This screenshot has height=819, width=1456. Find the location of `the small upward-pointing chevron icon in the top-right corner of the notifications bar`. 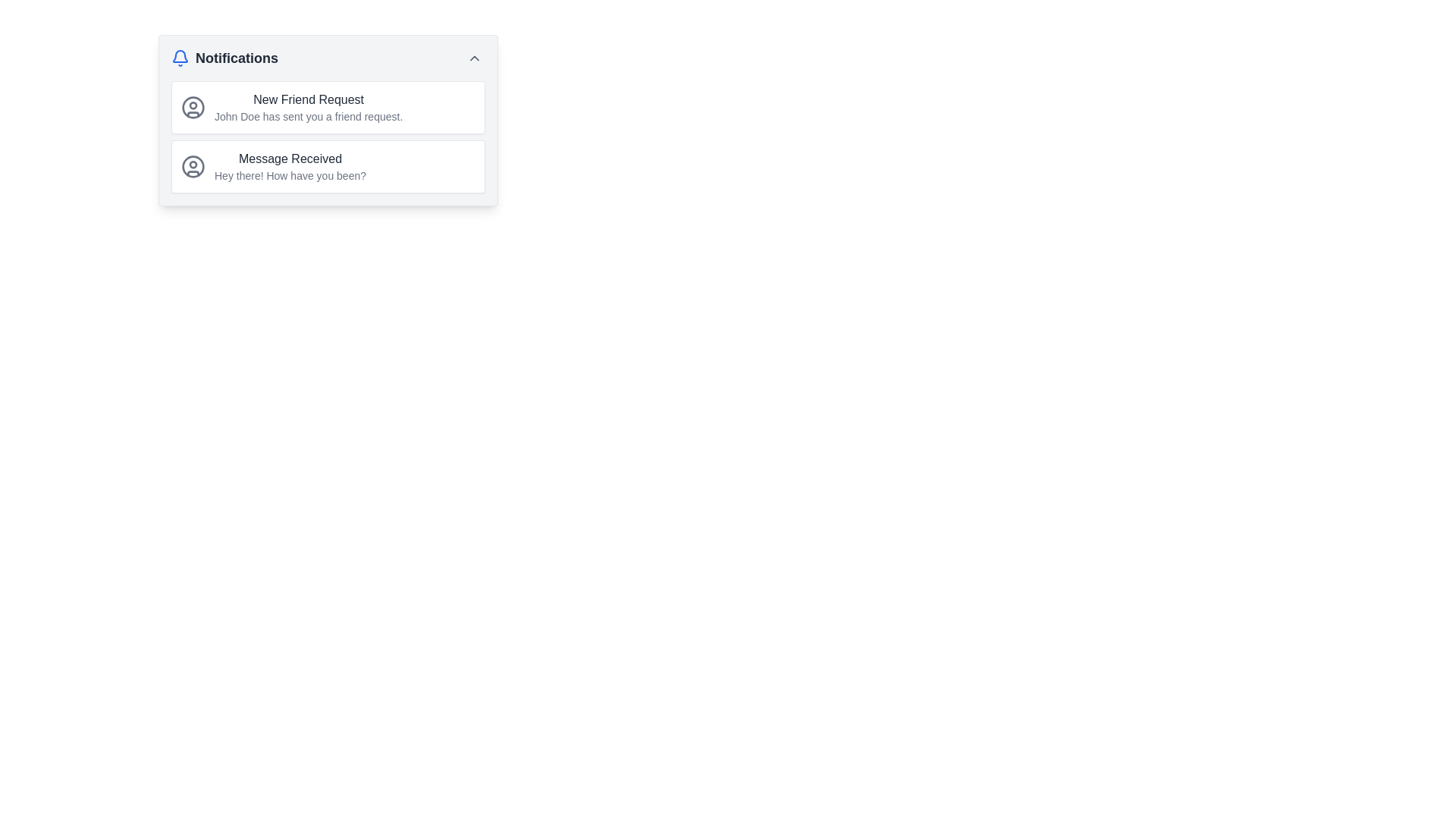

the small upward-pointing chevron icon in the top-right corner of the notifications bar is located at coordinates (473, 58).